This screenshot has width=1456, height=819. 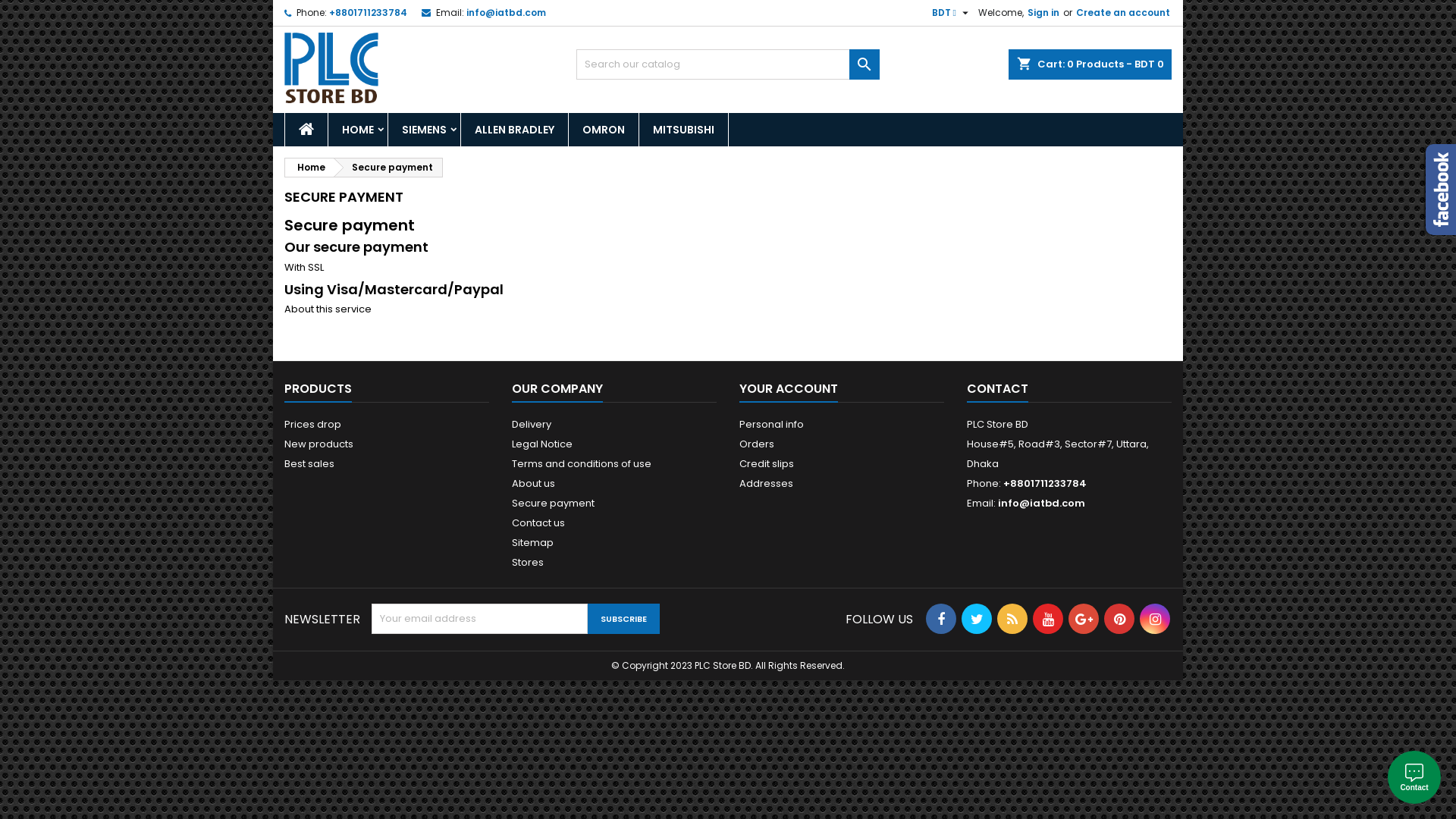 I want to click on 'Sign in', so click(x=1043, y=12).